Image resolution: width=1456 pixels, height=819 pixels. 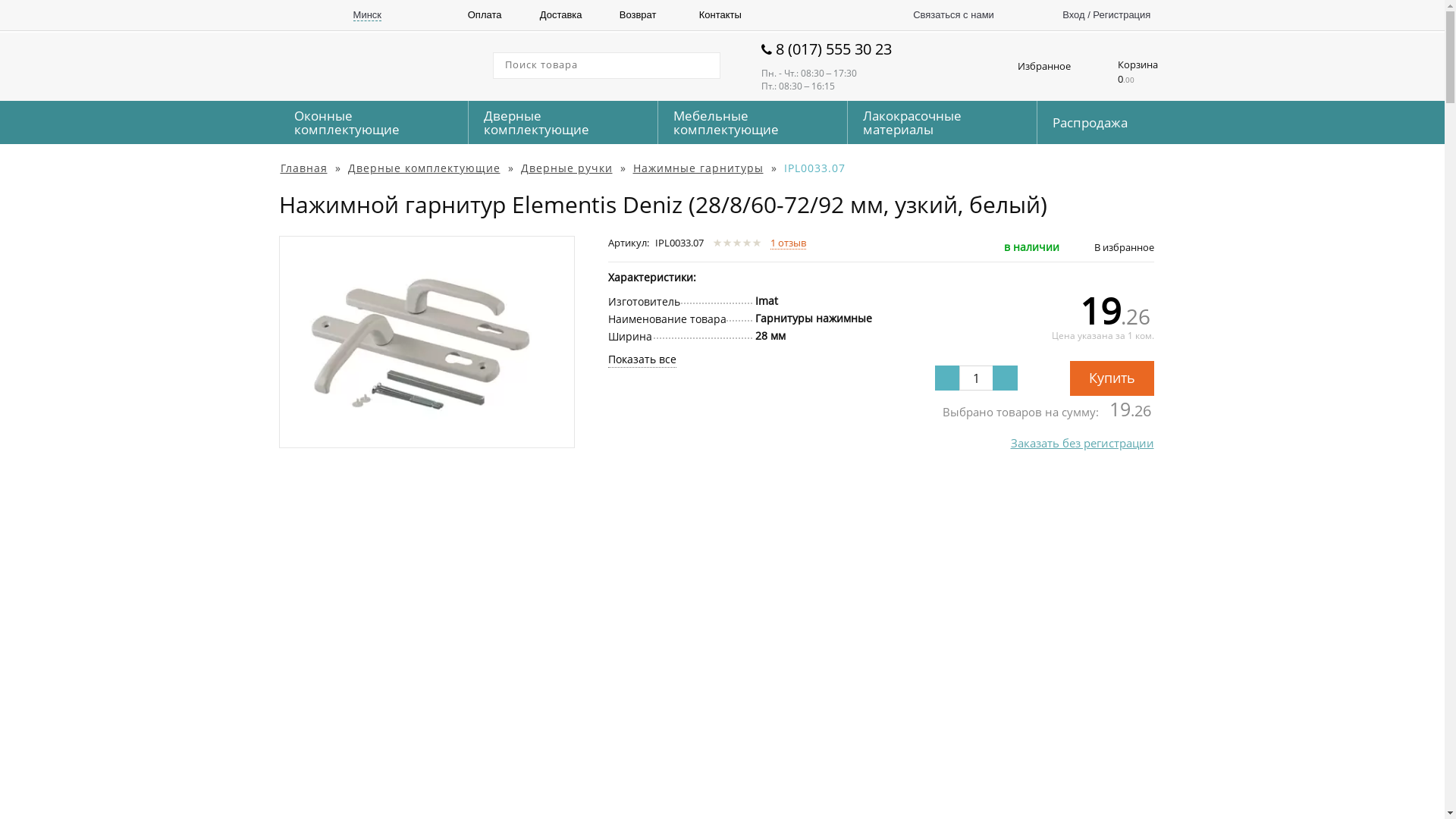 I want to click on '8 (017) 555 30 23', so click(x=846, y=49).